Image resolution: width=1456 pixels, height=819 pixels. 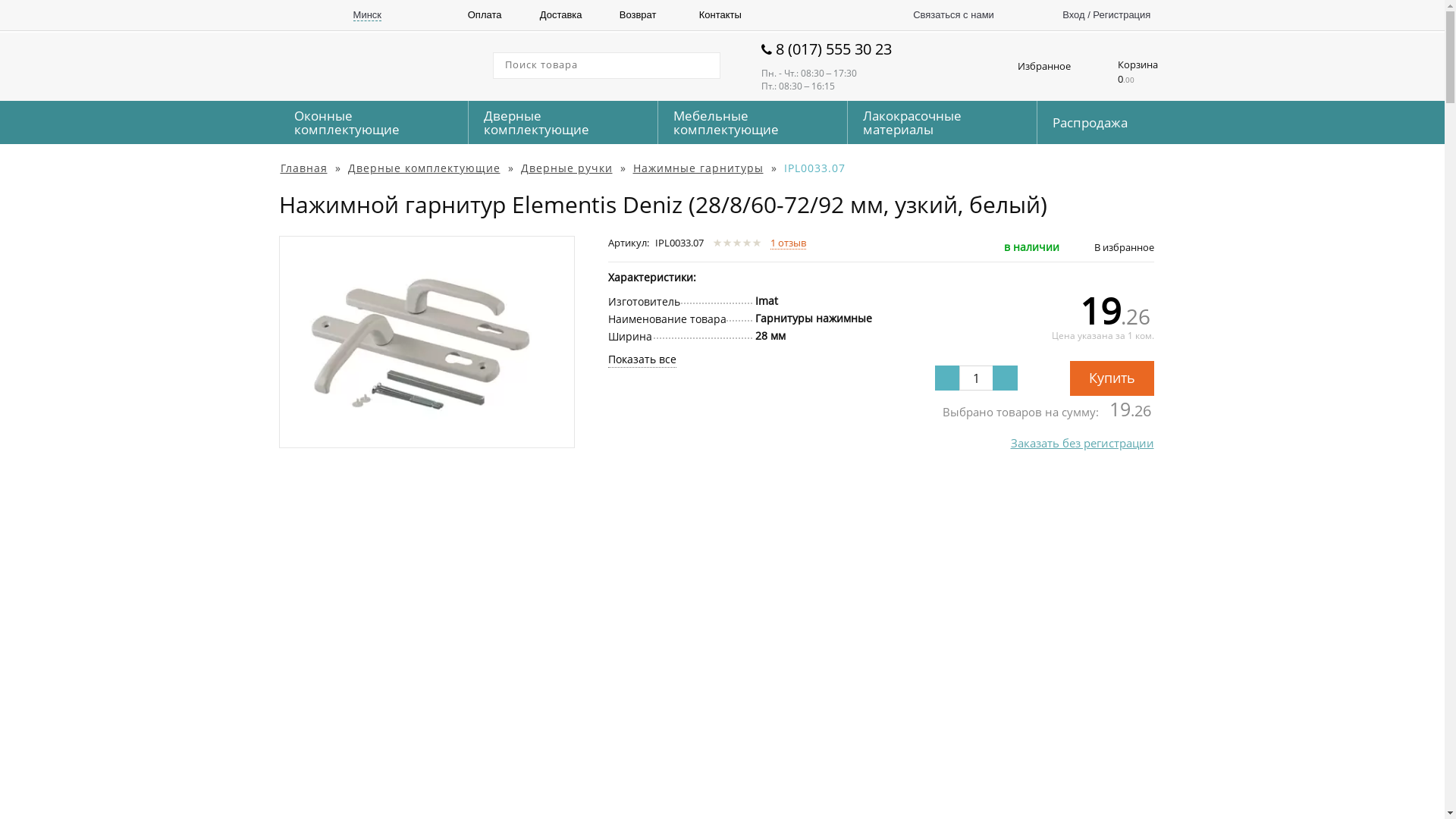 I want to click on '8 (017) 555 30 23', so click(x=846, y=49).